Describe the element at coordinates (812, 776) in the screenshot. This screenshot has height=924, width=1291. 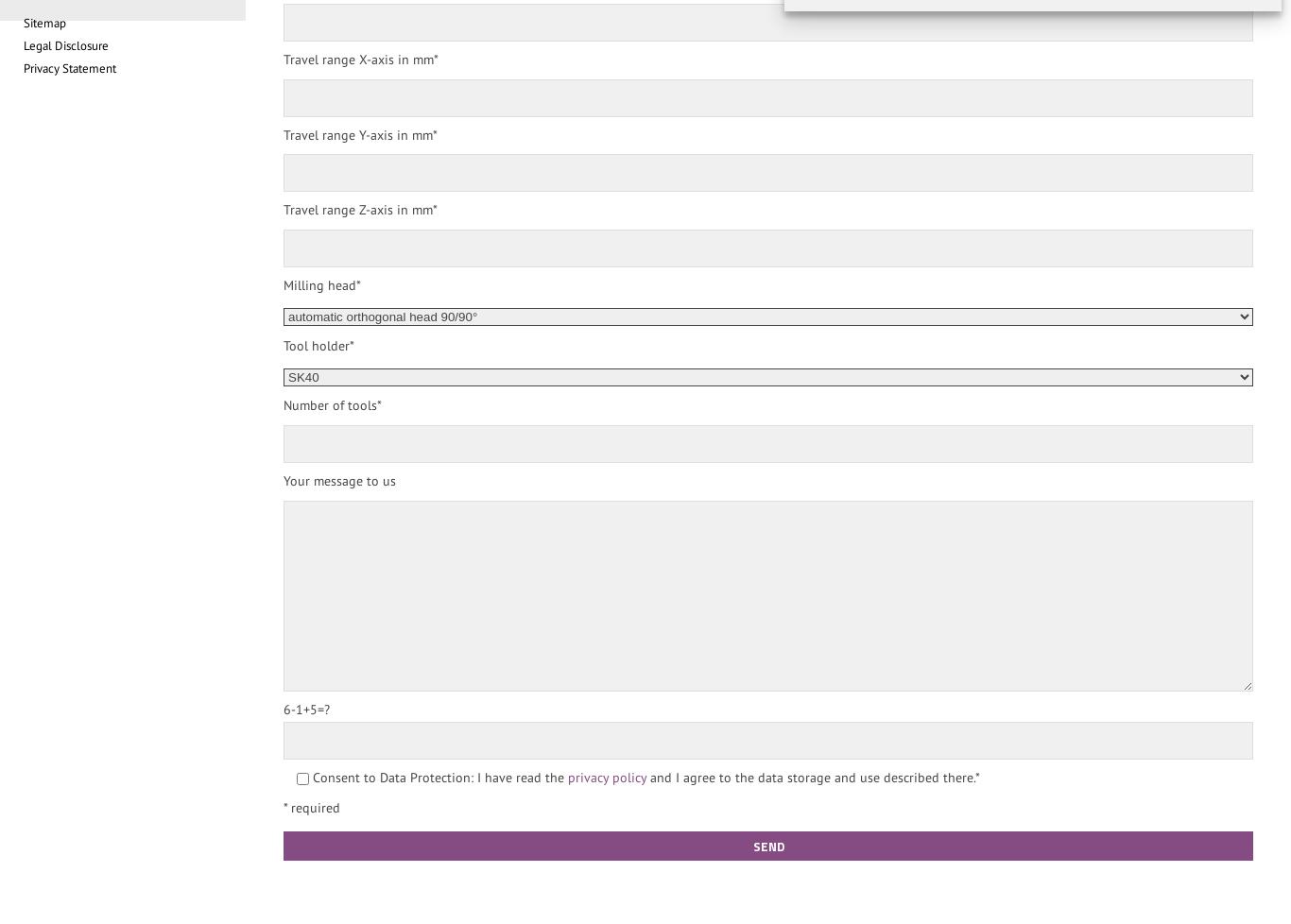
I see `'and I agree to the data storage and use described there.*'` at that location.